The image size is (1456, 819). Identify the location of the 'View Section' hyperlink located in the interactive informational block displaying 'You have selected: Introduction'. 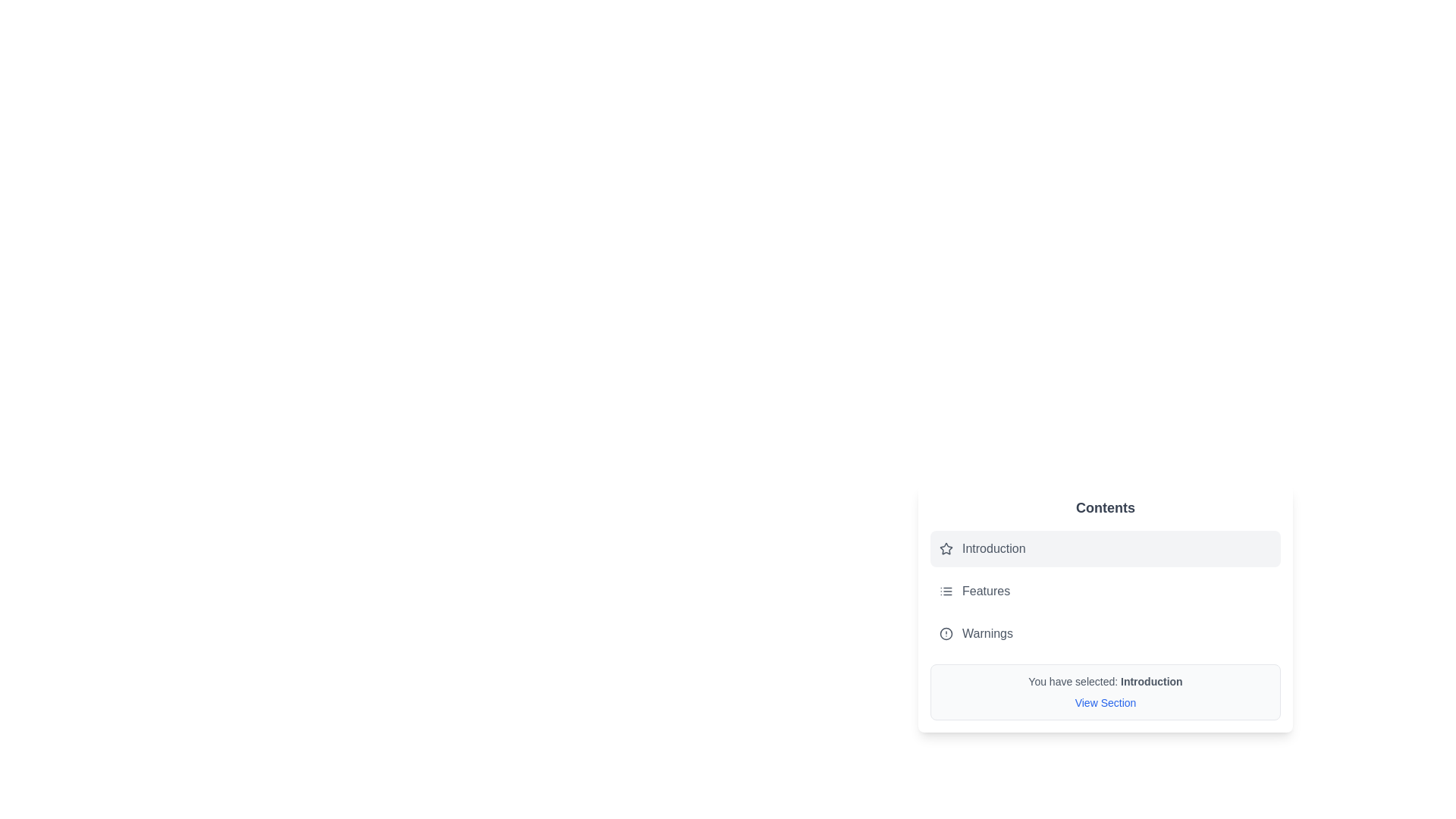
(1106, 692).